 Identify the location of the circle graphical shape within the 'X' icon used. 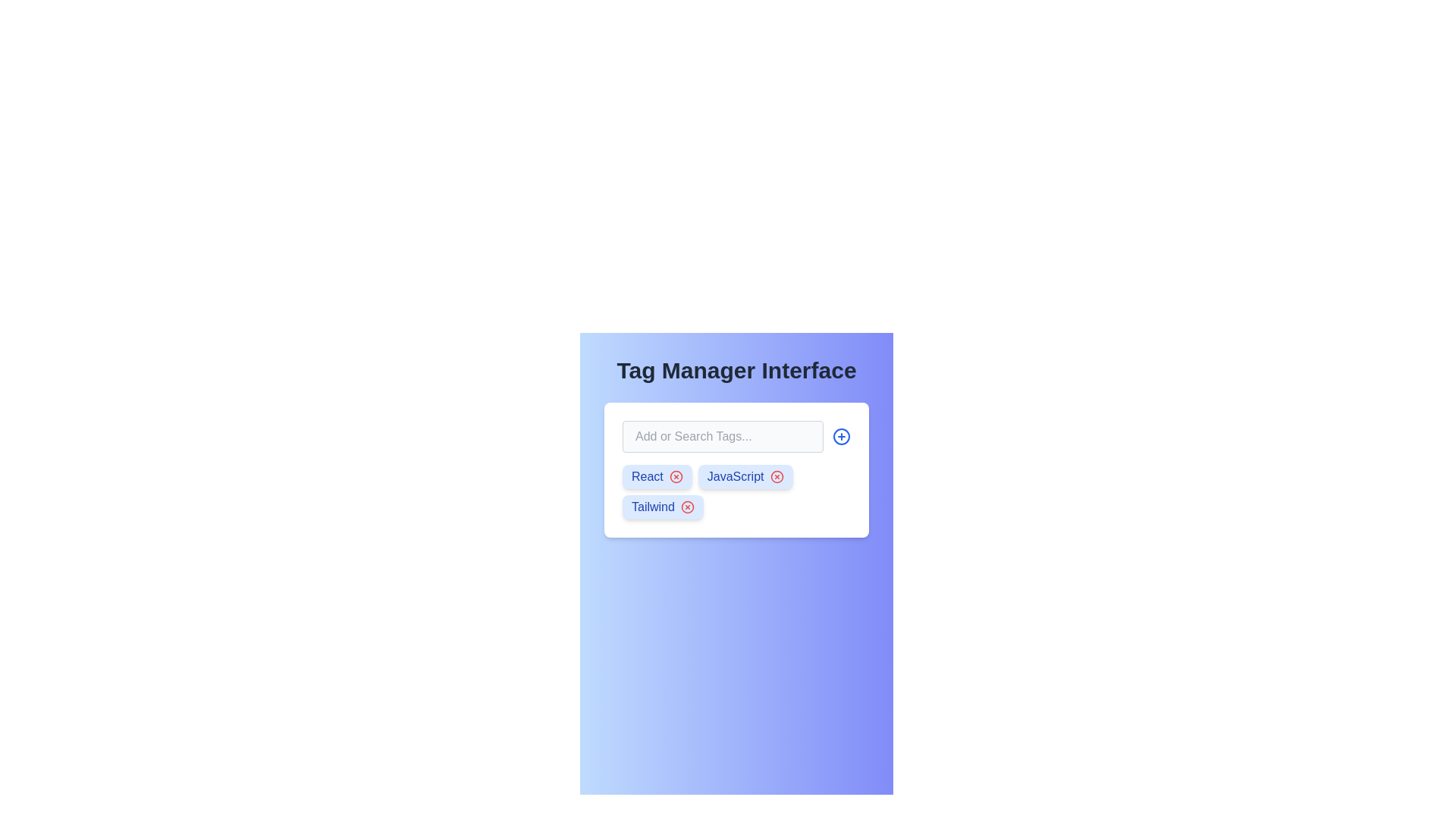
(687, 507).